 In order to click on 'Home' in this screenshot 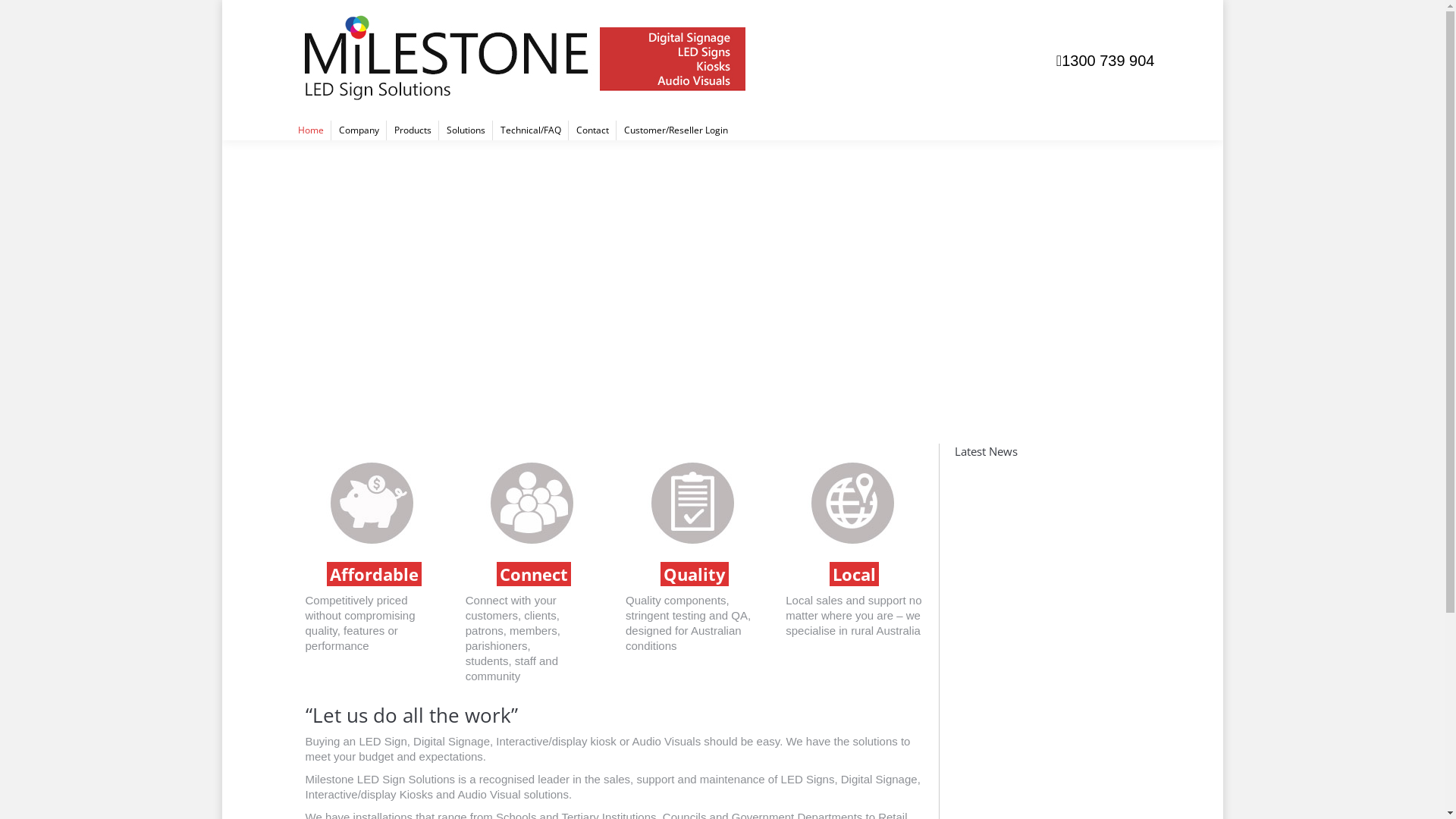, I will do `click(309, 130)`.